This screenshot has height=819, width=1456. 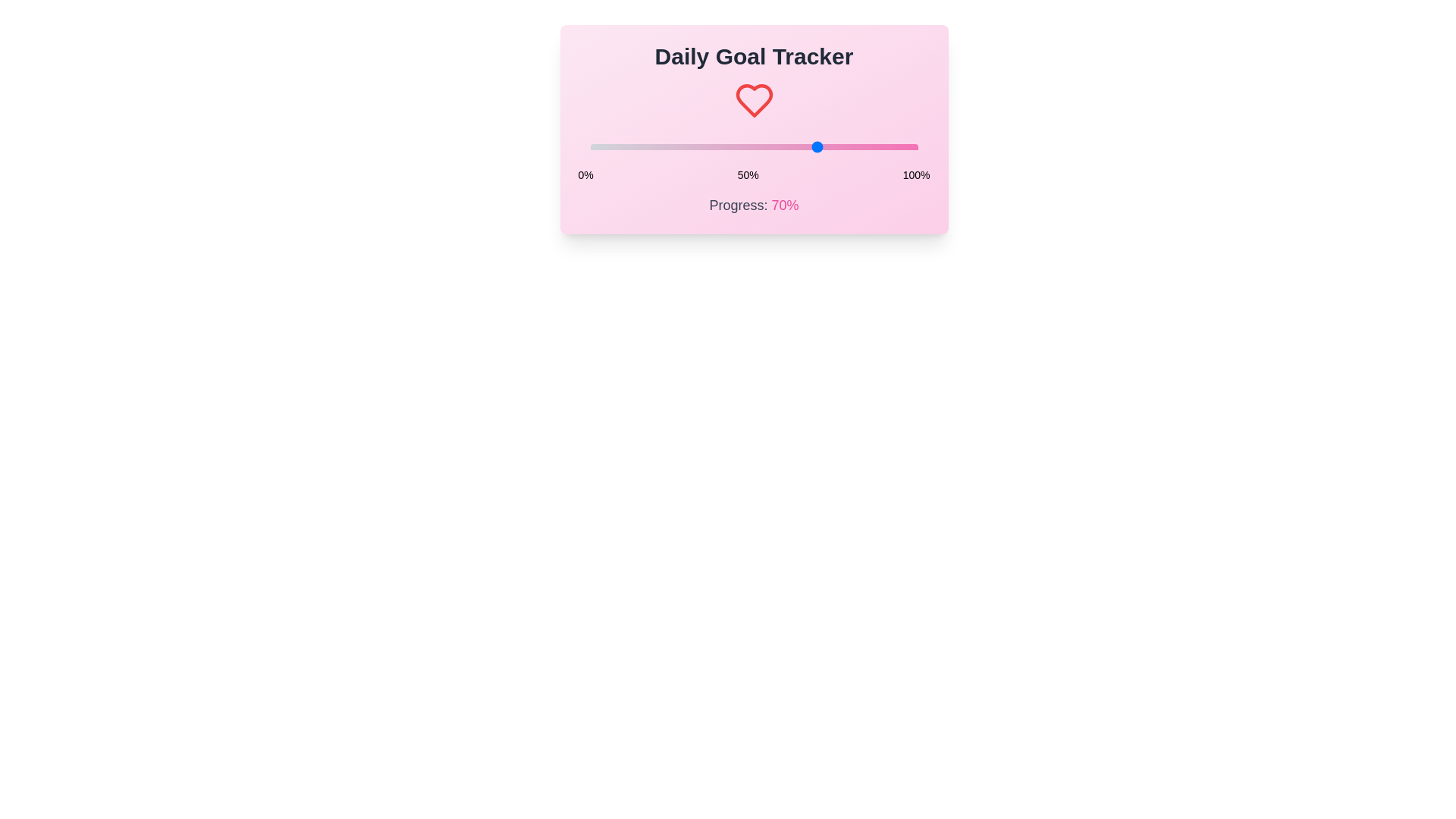 What do you see at coordinates (754, 100) in the screenshot?
I see `the heart icon to observe its visual feedback` at bounding box center [754, 100].